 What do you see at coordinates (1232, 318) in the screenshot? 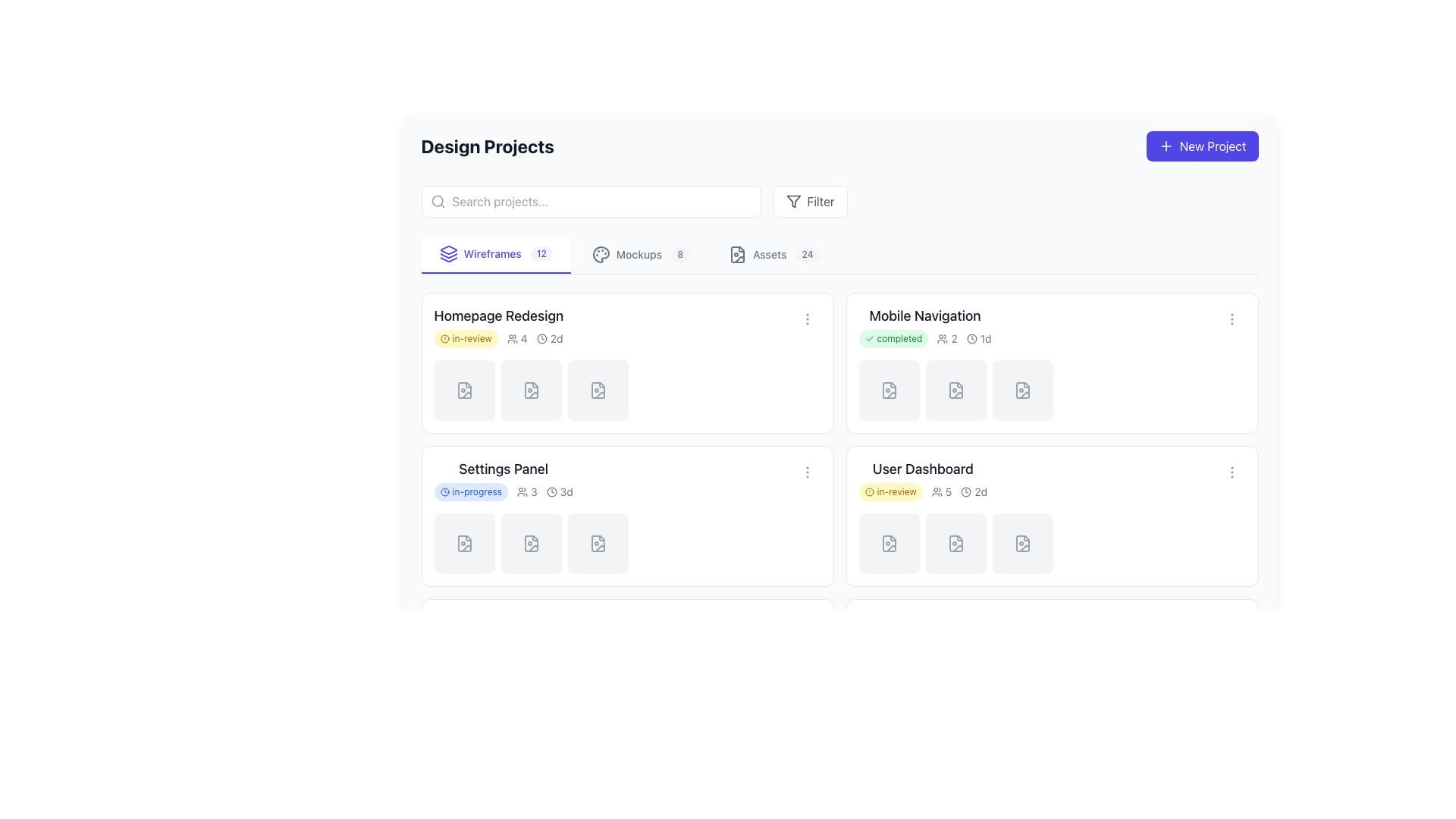
I see `the ellipsis vertical menu button located in the top-right corner of the 'Mobile Navigation' card` at bounding box center [1232, 318].